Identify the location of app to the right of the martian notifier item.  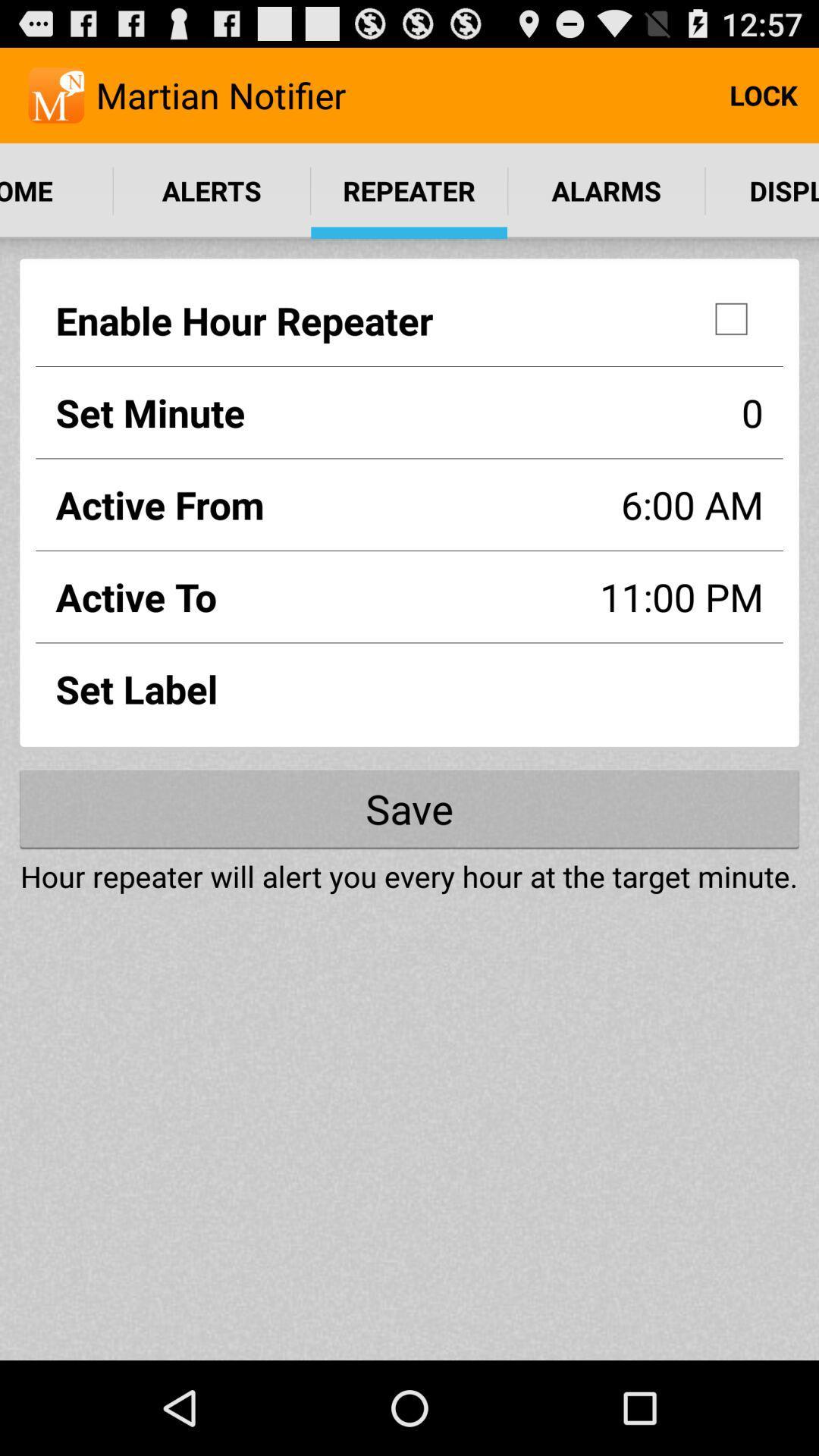
(763, 94).